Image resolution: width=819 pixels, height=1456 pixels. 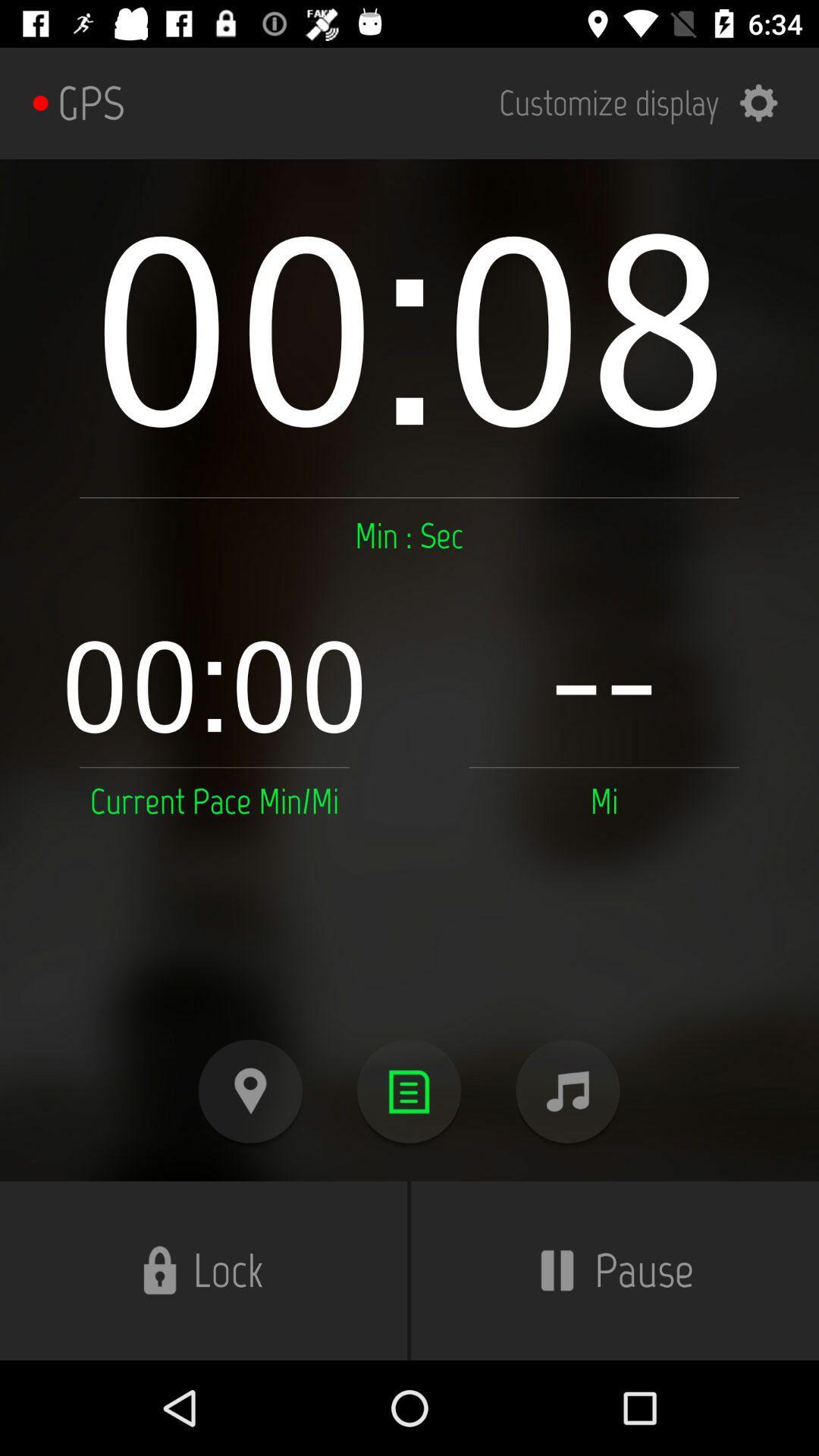 I want to click on open music, so click(x=567, y=1090).